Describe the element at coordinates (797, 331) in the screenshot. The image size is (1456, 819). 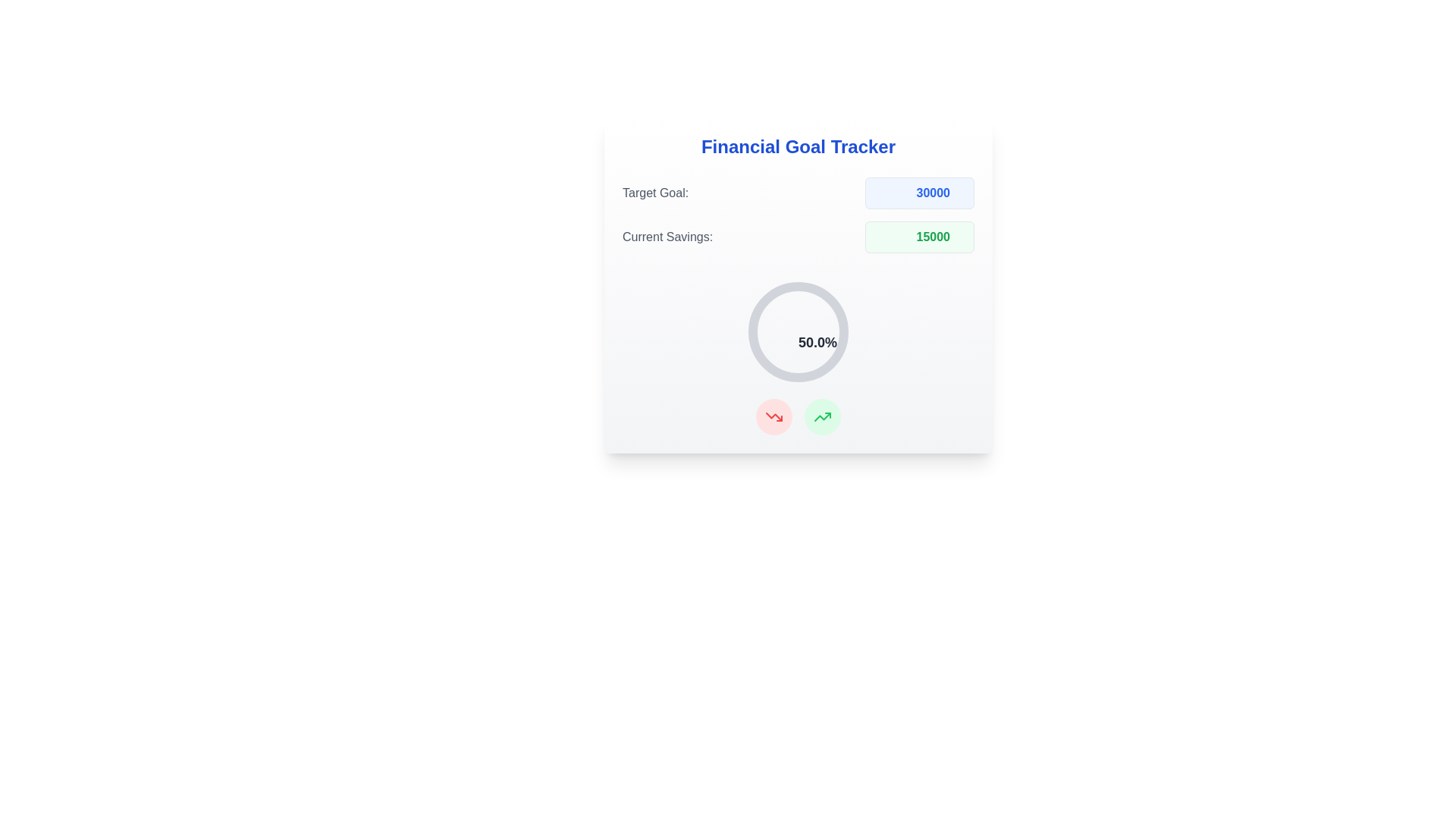
I see `the Circular Progress Indicator displaying '50.0%' in bold, centered within the circle` at that location.